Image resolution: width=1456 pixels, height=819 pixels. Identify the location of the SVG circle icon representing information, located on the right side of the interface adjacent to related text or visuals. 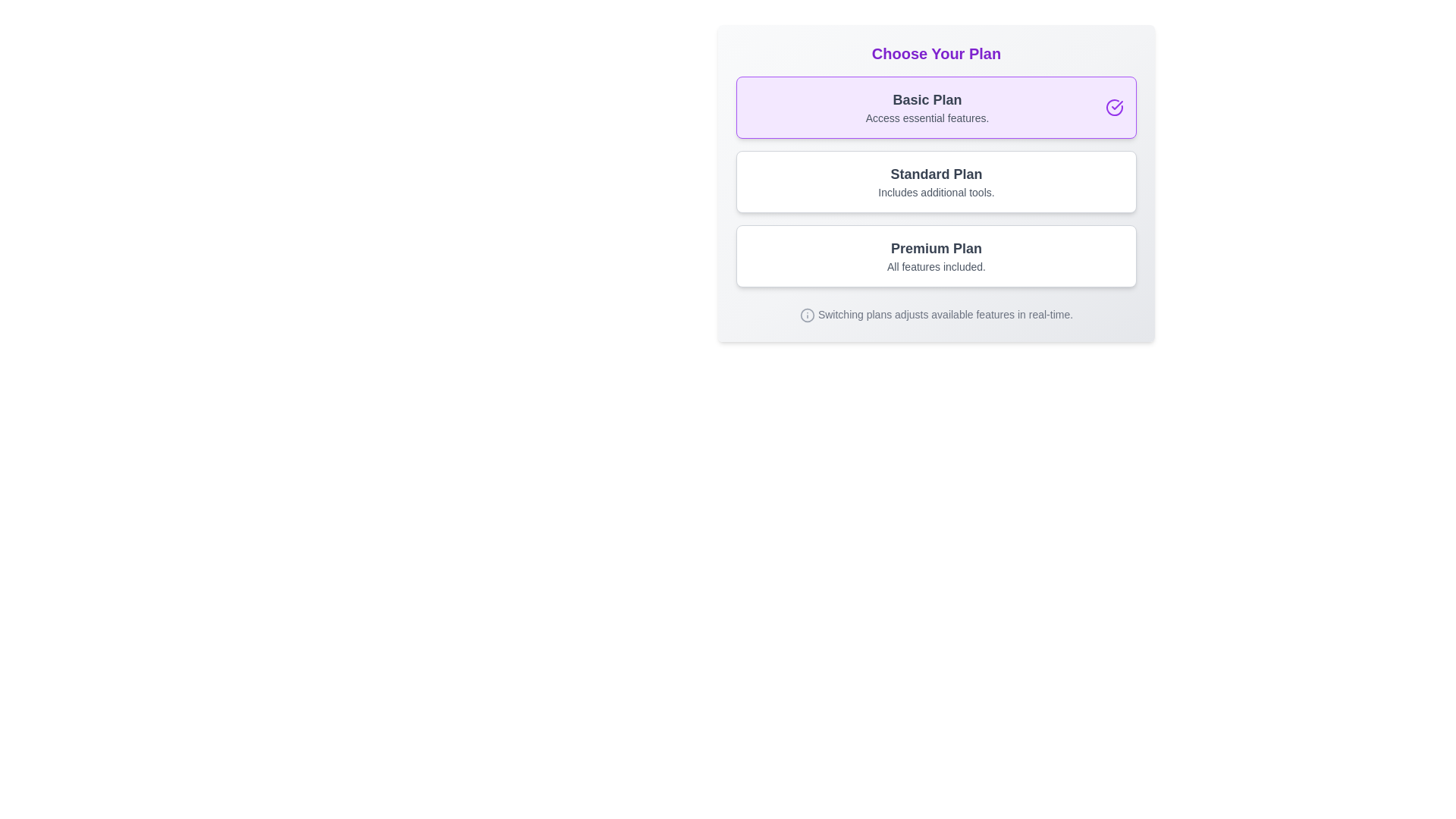
(806, 314).